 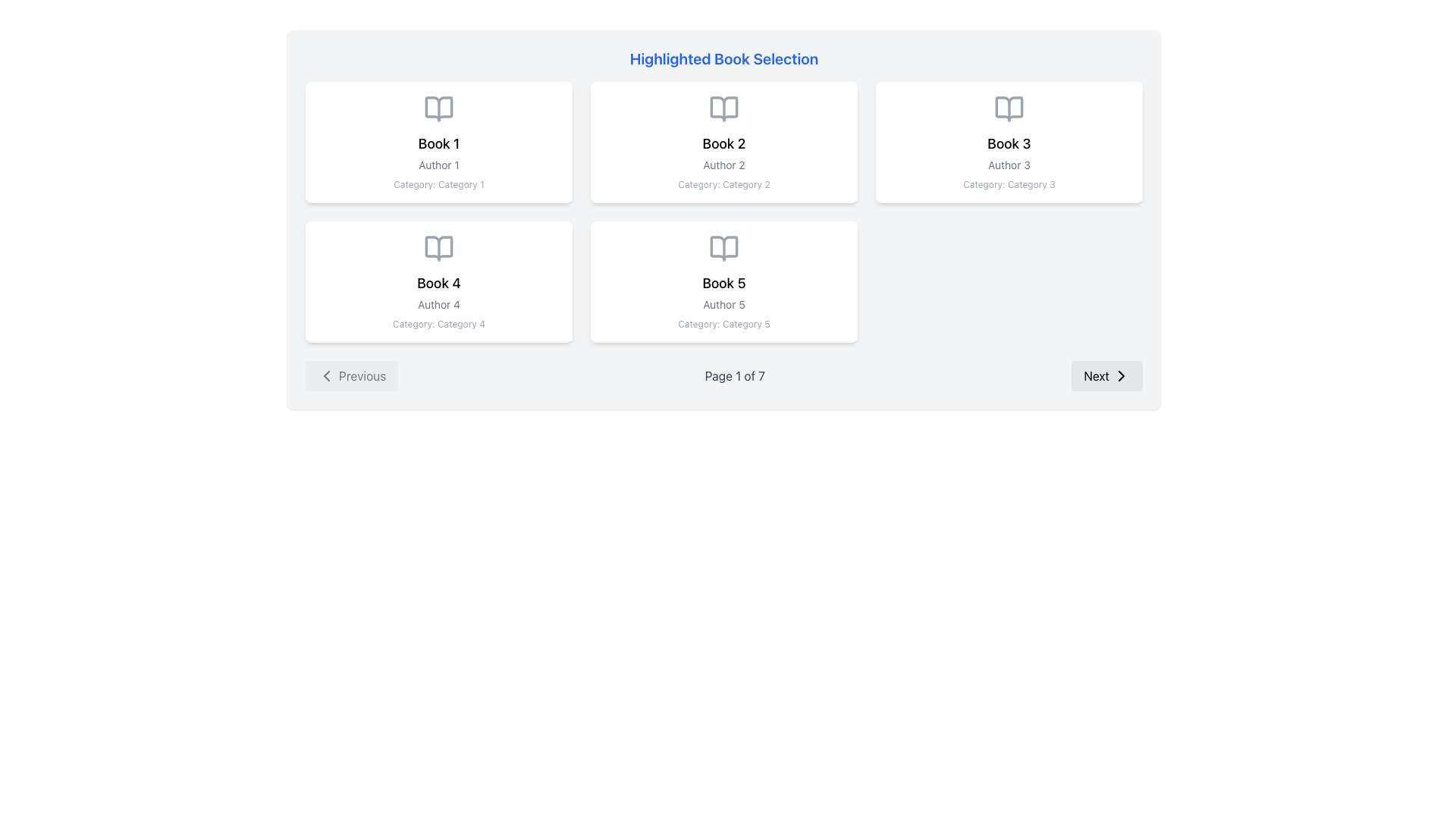 I want to click on the decorative icon representing 'Book 2', which is located at the top center of the card displaying the title text 'Book 2', so click(x=723, y=108).